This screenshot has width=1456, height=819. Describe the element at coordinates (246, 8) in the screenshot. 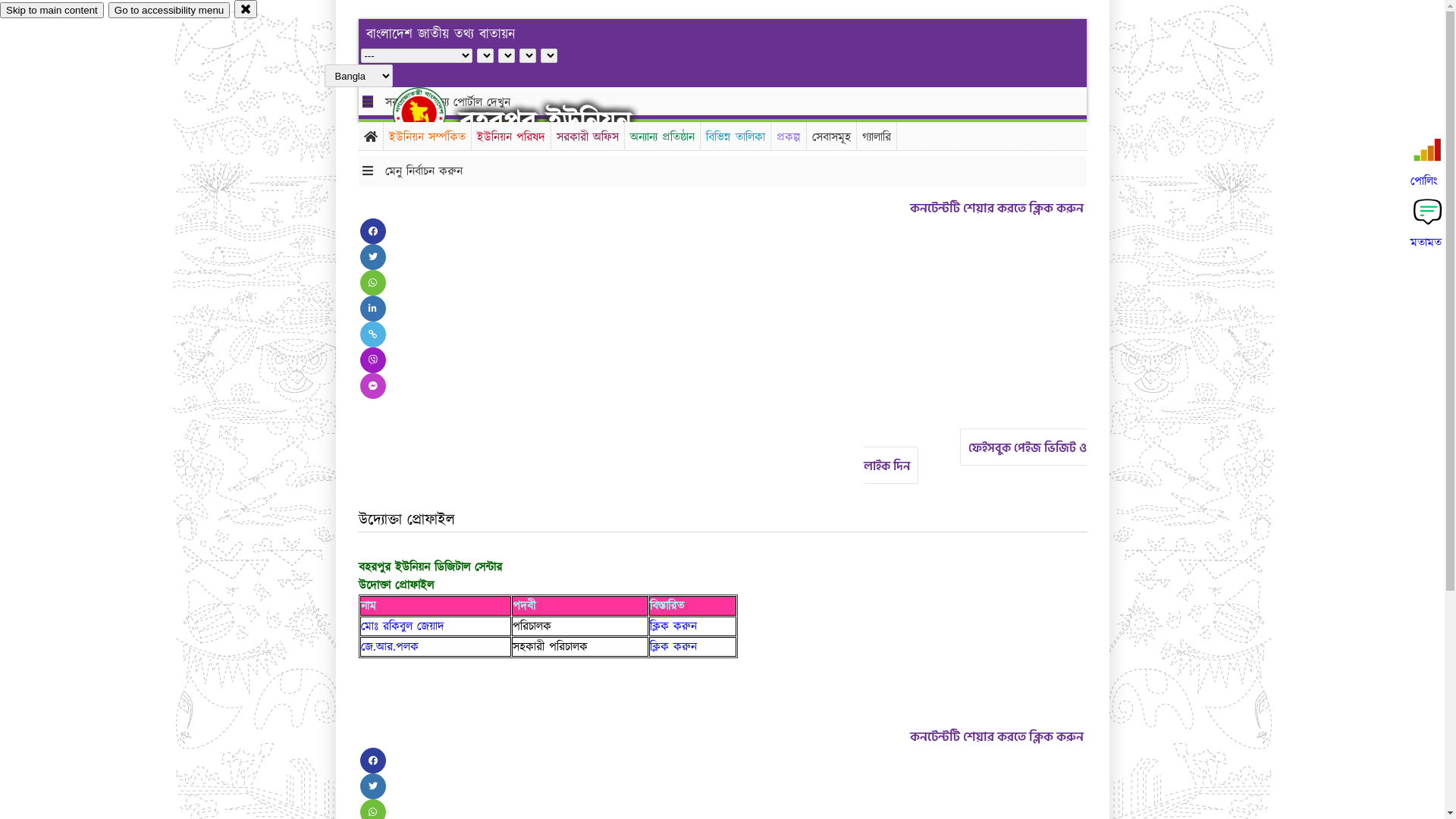

I see `'close'` at that location.